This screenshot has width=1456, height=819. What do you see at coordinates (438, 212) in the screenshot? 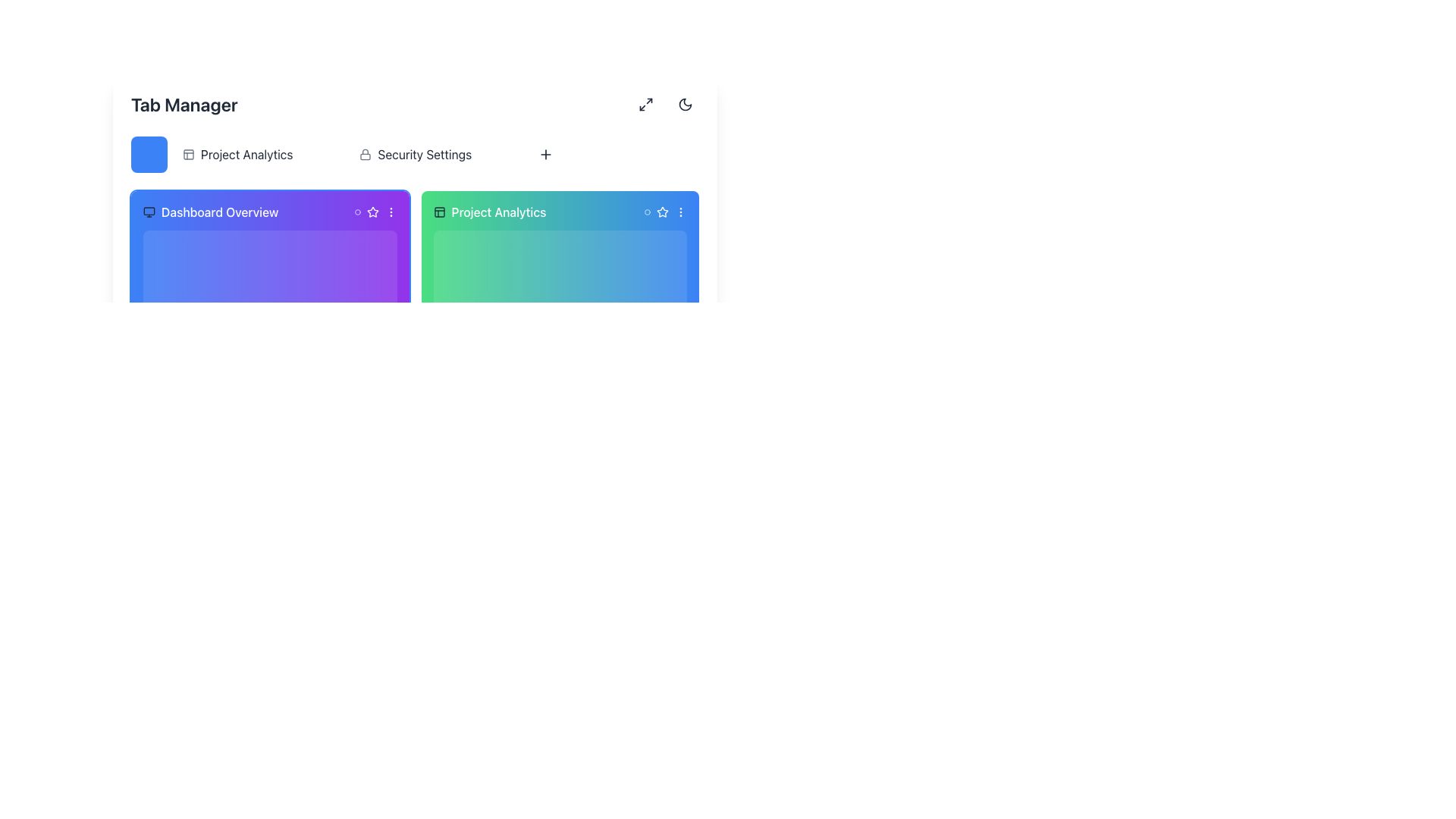
I see `the layout-related icon located in the 'Project Analytics' tab, positioned to the left of the 'Project Analytics' text label` at bounding box center [438, 212].